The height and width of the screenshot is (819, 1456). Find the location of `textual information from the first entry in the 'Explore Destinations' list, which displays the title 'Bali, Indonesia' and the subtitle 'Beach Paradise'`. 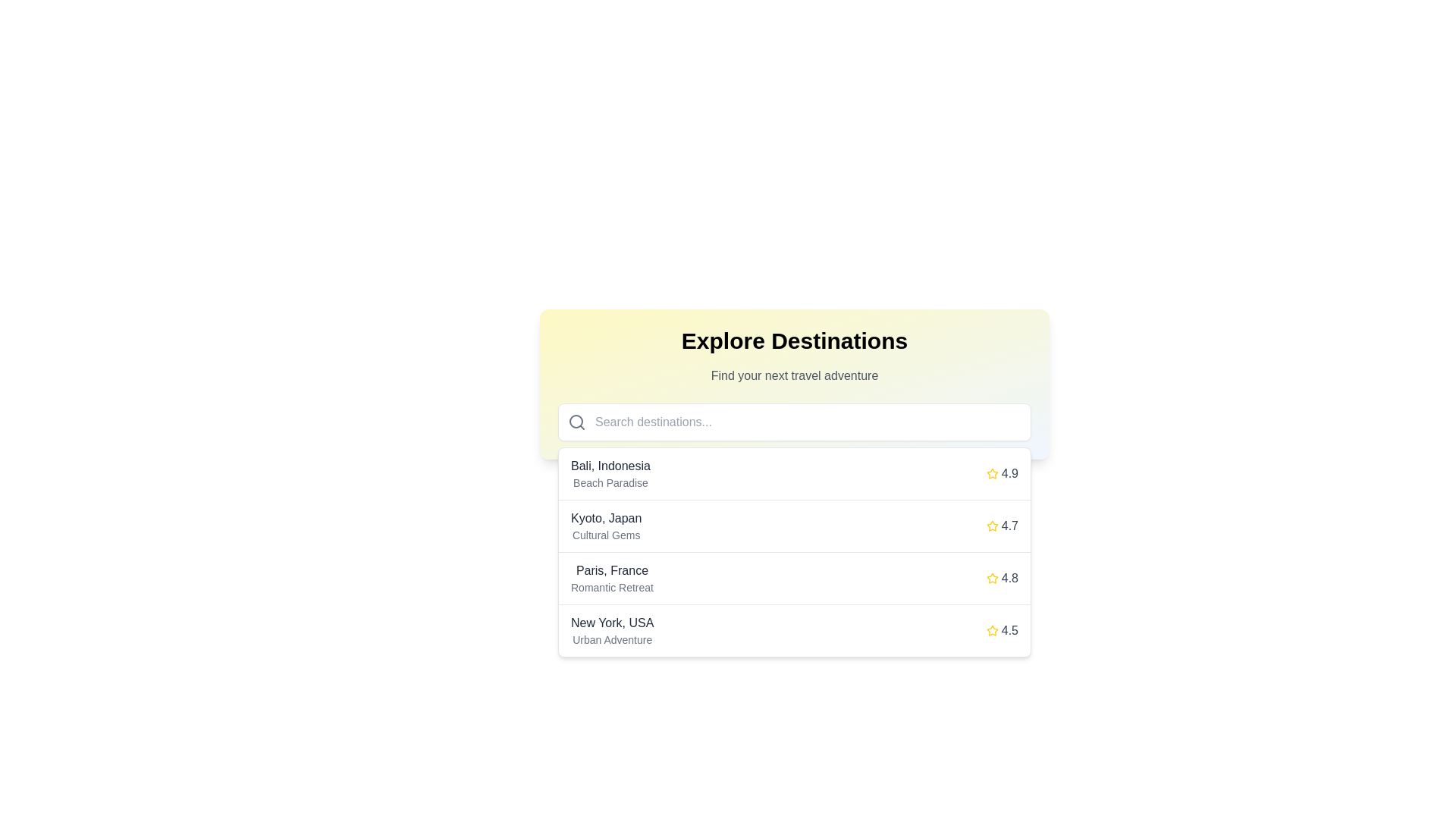

textual information from the first entry in the 'Explore Destinations' list, which displays the title 'Bali, Indonesia' and the subtitle 'Beach Paradise' is located at coordinates (610, 472).